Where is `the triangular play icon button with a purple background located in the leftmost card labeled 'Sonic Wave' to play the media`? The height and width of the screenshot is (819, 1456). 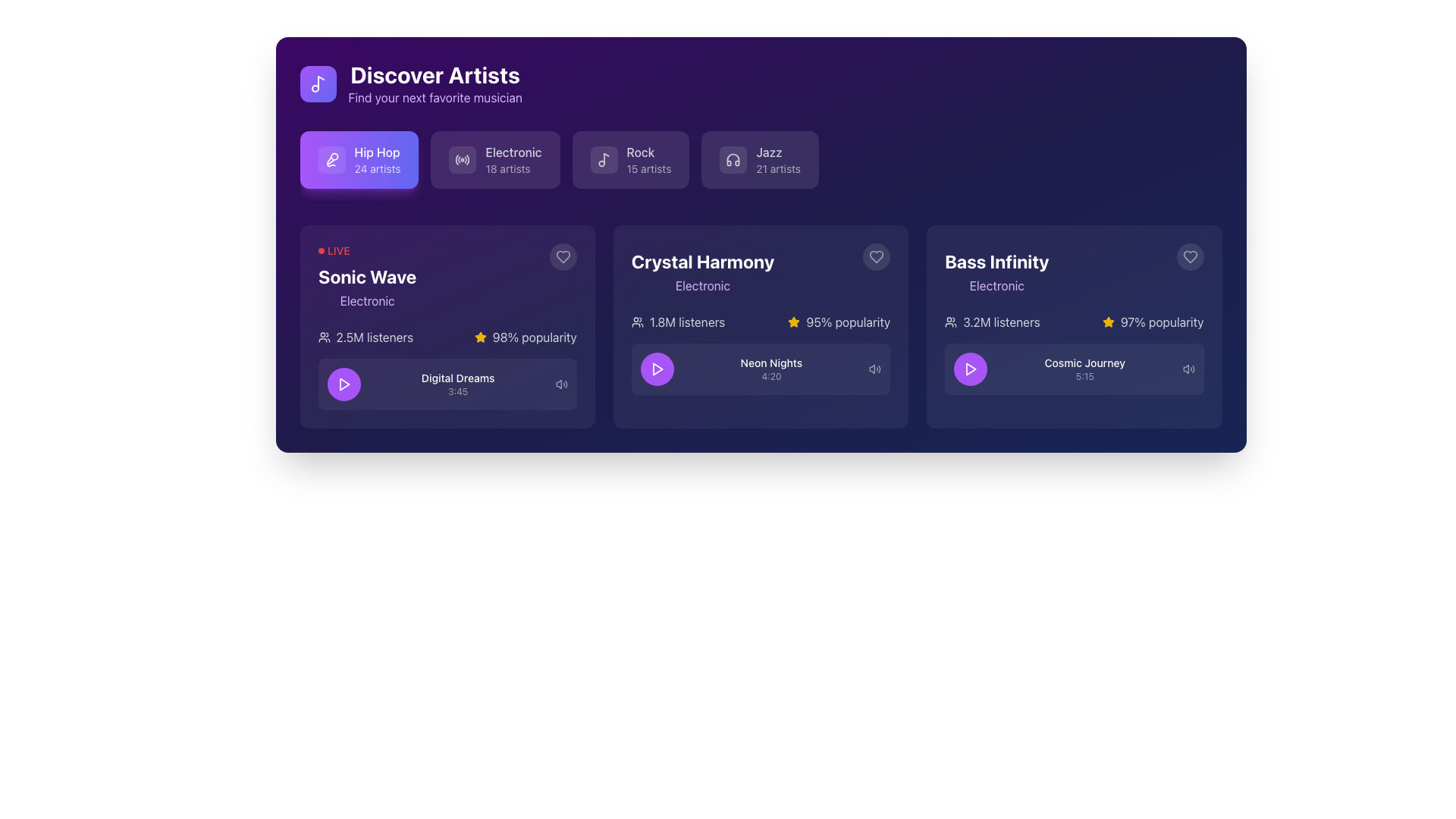 the triangular play icon button with a purple background located in the leftmost card labeled 'Sonic Wave' to play the media is located at coordinates (343, 383).